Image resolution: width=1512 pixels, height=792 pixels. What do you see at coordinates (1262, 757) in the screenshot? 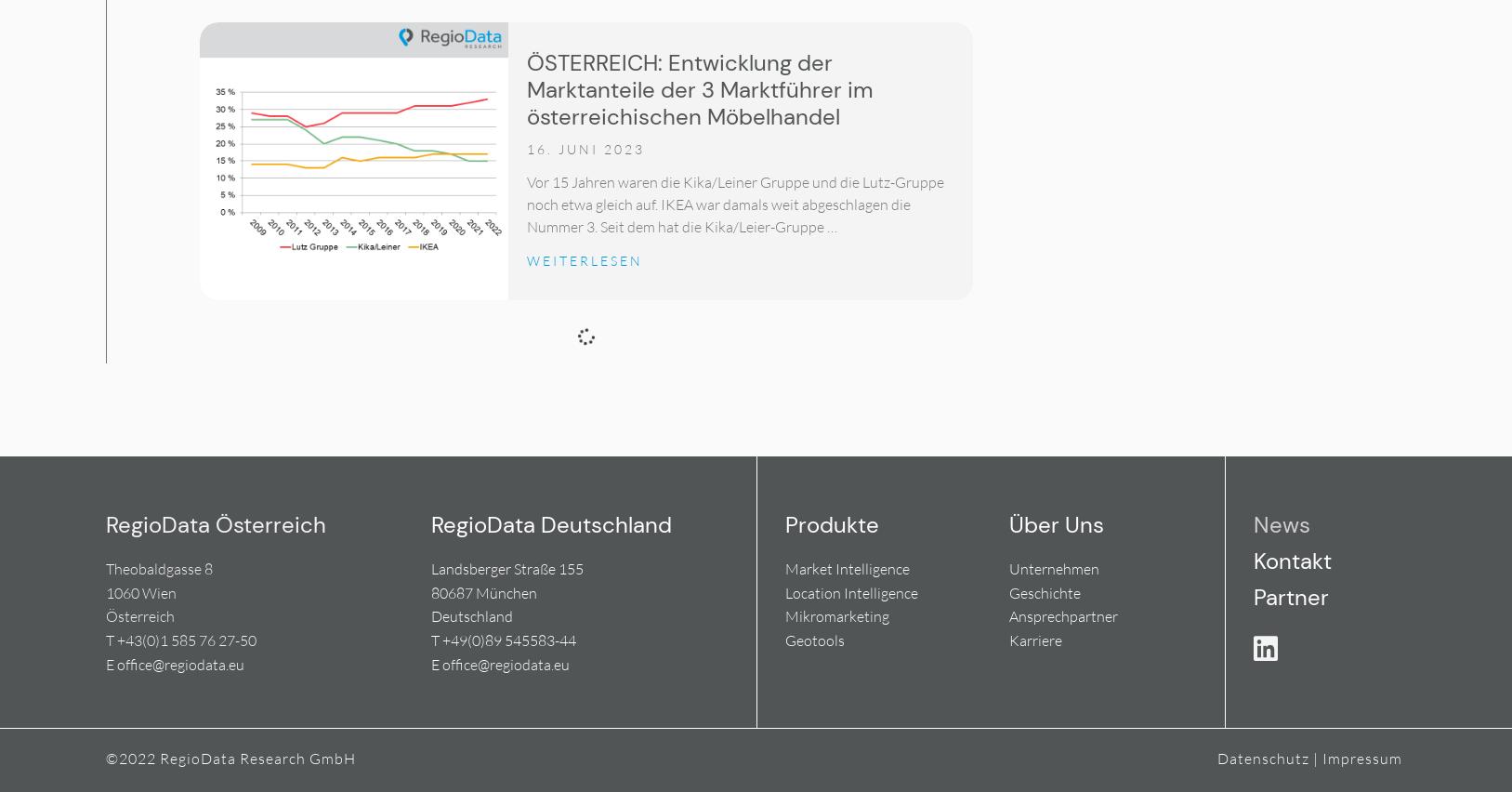
I see `'Datenschutz'` at bounding box center [1262, 757].